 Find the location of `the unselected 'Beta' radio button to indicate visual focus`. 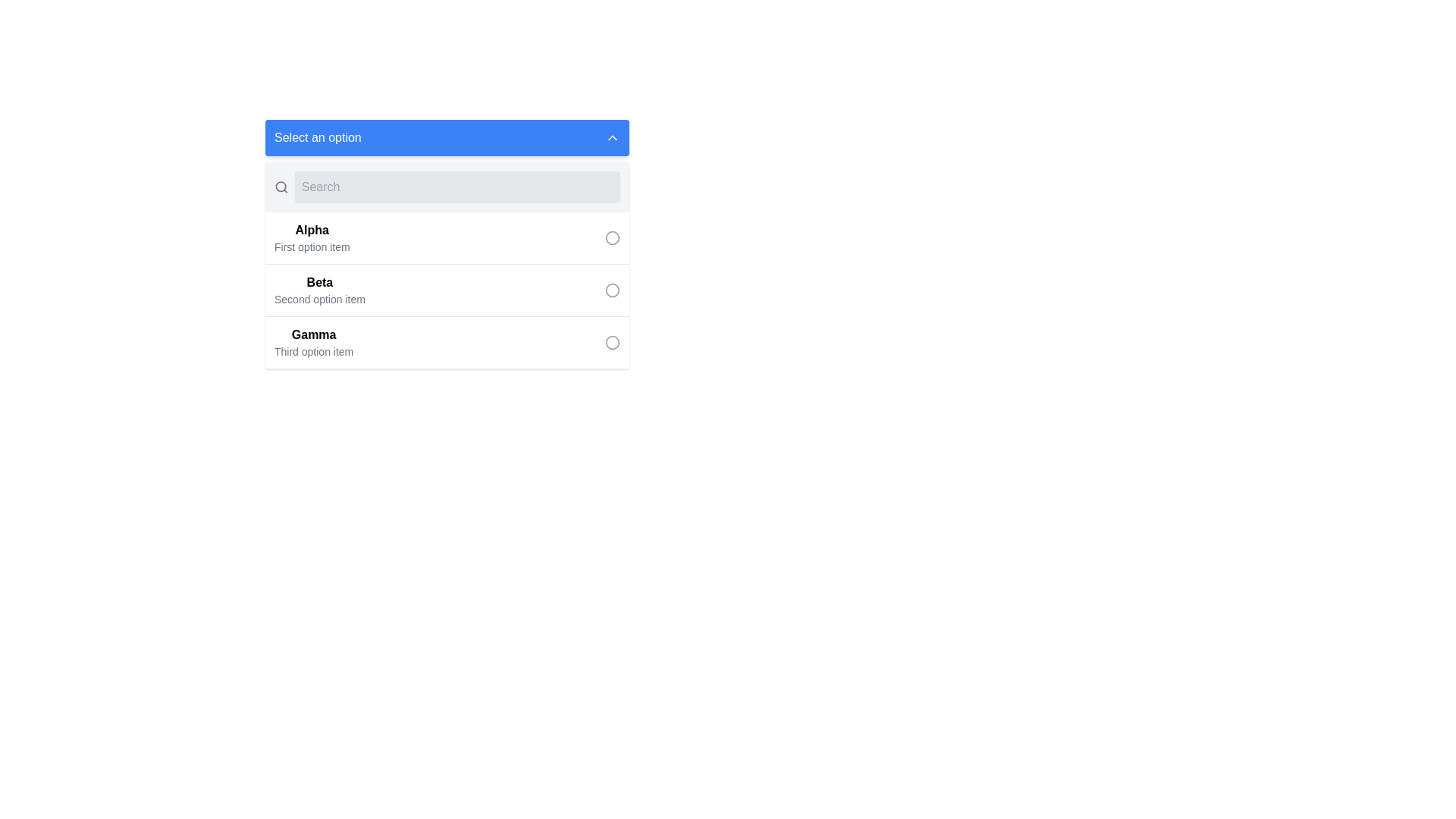

the unselected 'Beta' radio button to indicate visual focus is located at coordinates (612, 290).